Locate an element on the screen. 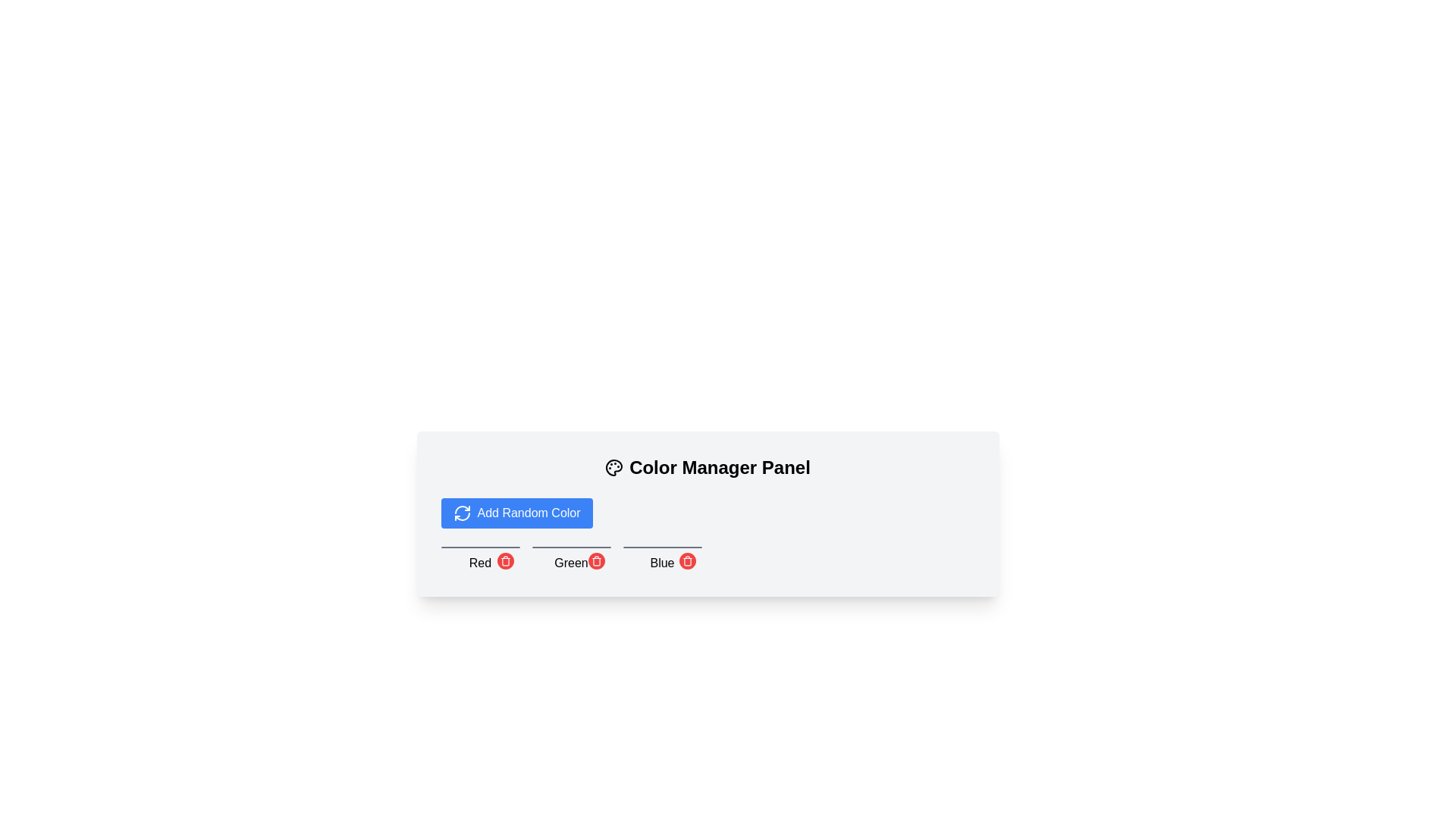 The image size is (1456, 819). heading text of the prominent title bar which features a bold, large font and a palette icon on its left is located at coordinates (707, 467).